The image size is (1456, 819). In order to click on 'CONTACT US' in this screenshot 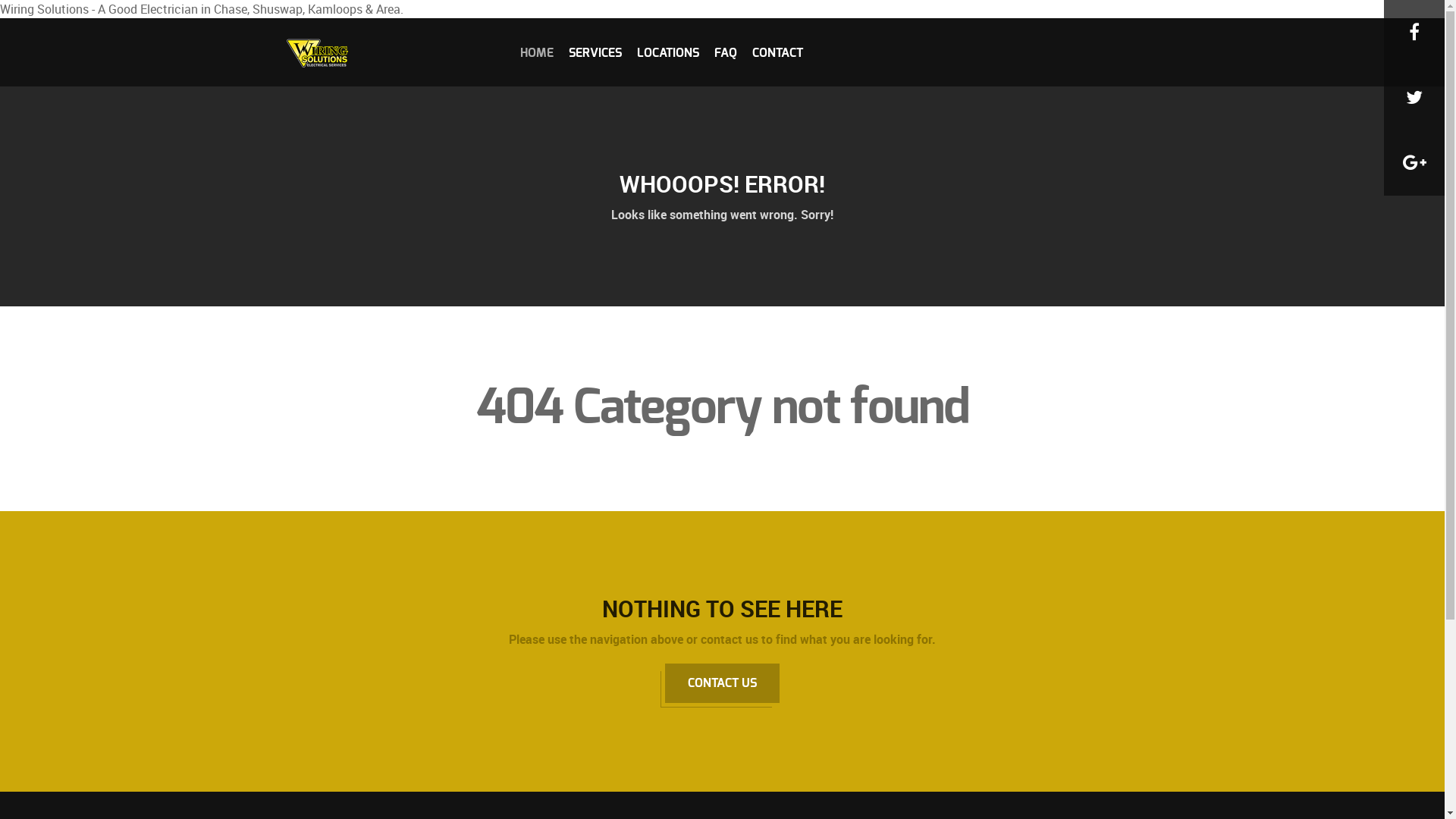, I will do `click(721, 683)`.